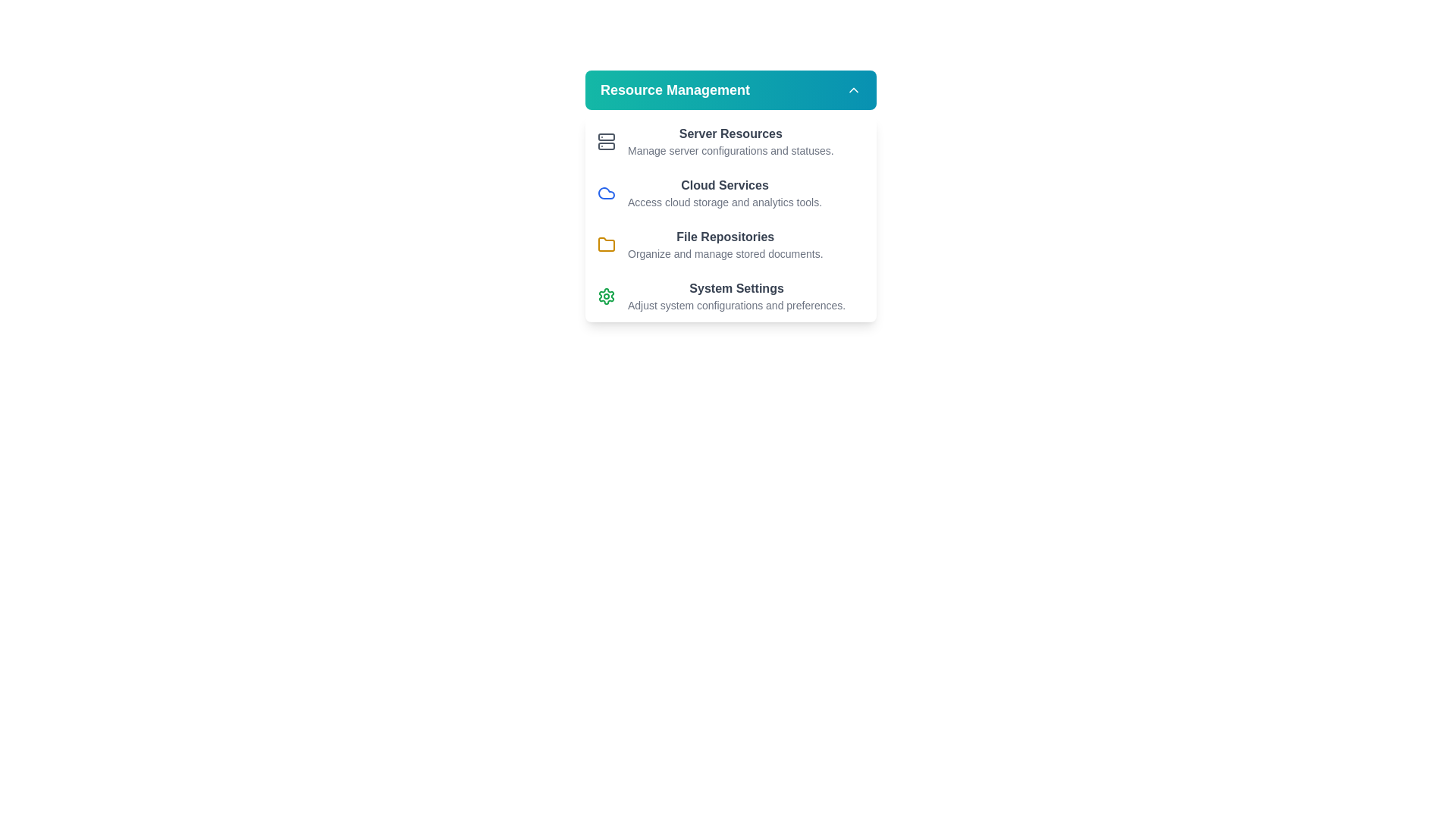  I want to click on the descriptive text 'Manage server configurations and statuses.', so click(730, 151).